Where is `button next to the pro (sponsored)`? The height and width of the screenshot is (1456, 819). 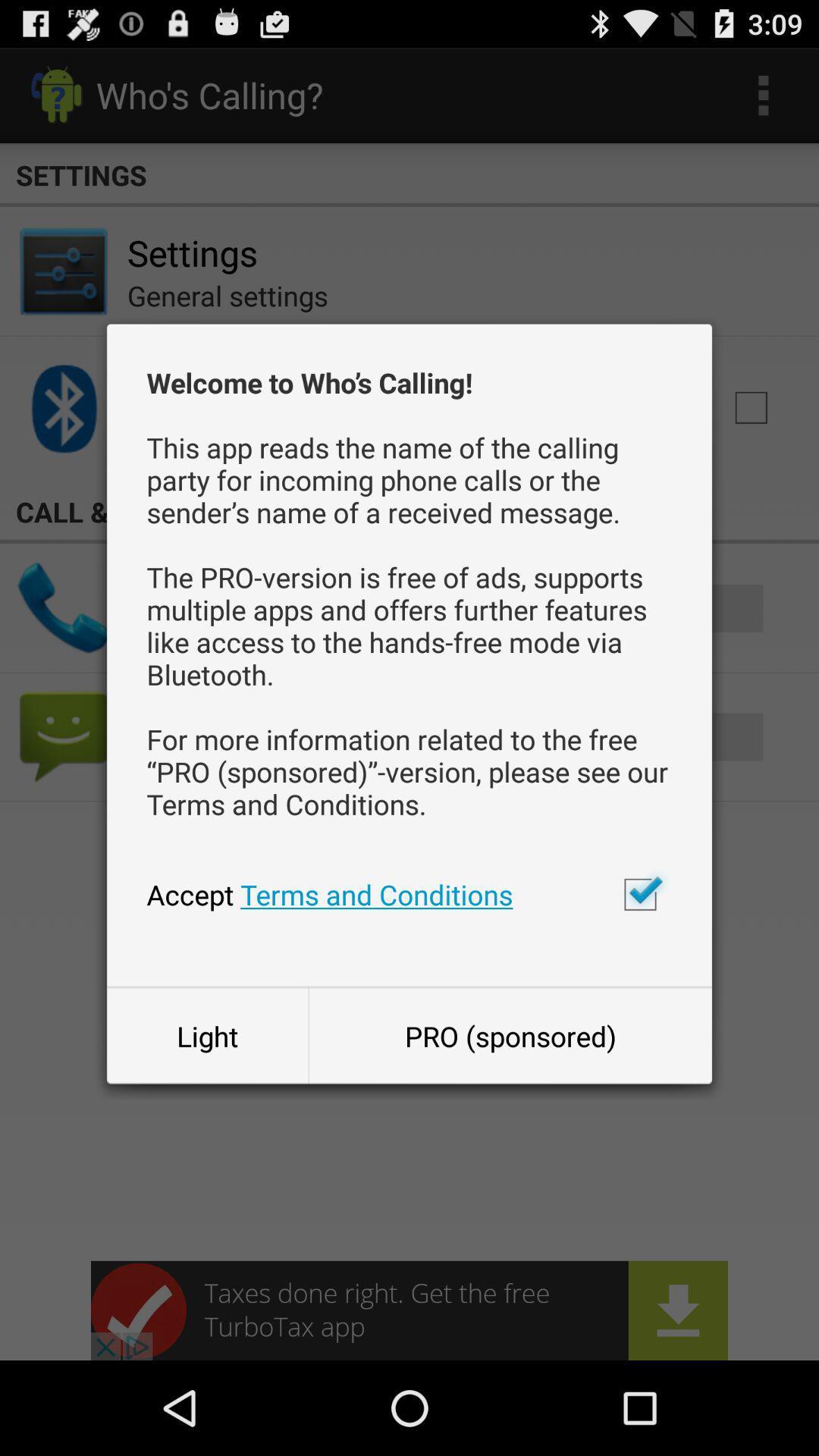 button next to the pro (sponsored) is located at coordinates (207, 1035).